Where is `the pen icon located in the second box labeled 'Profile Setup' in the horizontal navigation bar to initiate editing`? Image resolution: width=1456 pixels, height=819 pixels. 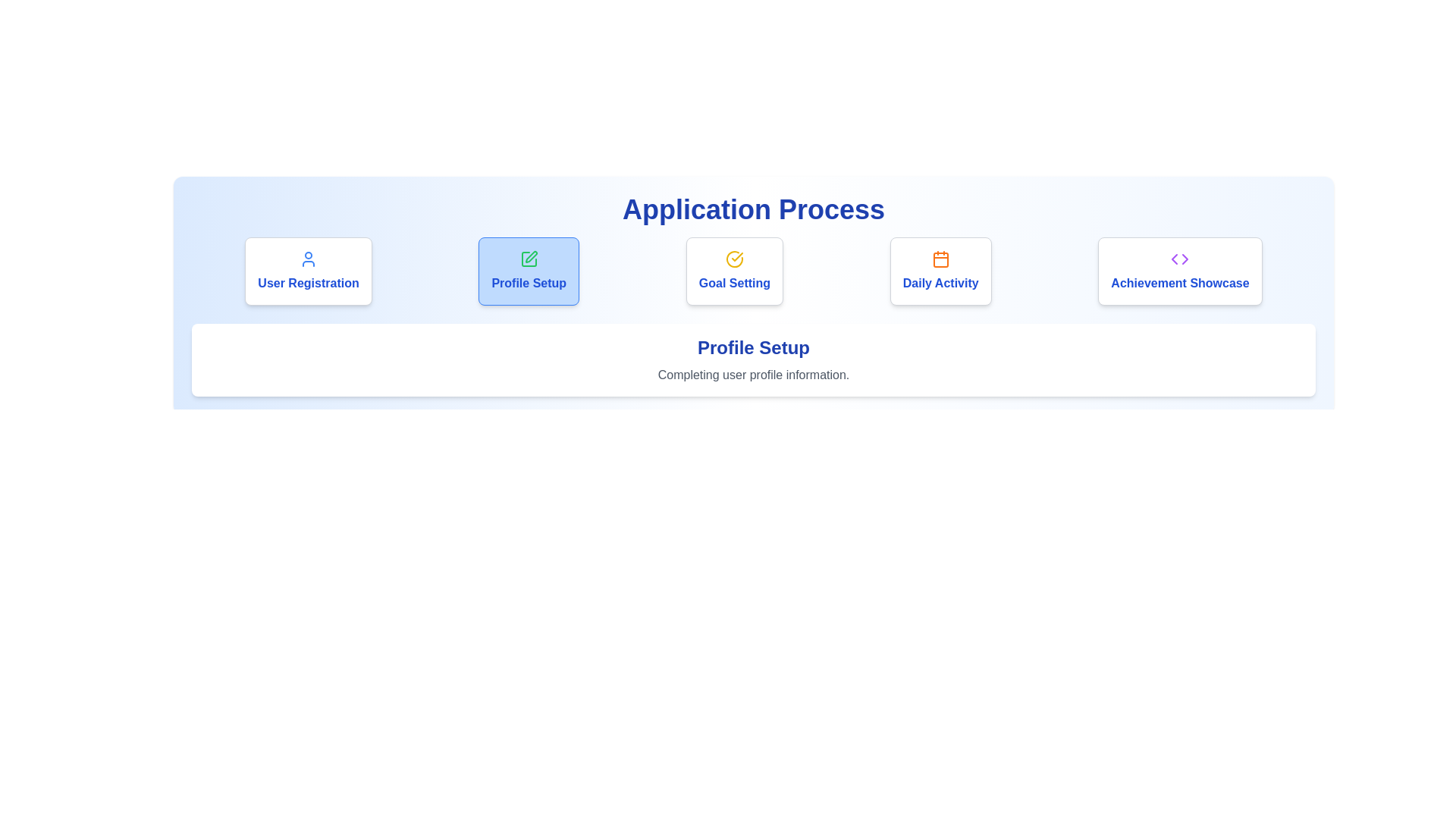
the pen icon located in the second box labeled 'Profile Setup' in the horizontal navigation bar to initiate editing is located at coordinates (529, 259).